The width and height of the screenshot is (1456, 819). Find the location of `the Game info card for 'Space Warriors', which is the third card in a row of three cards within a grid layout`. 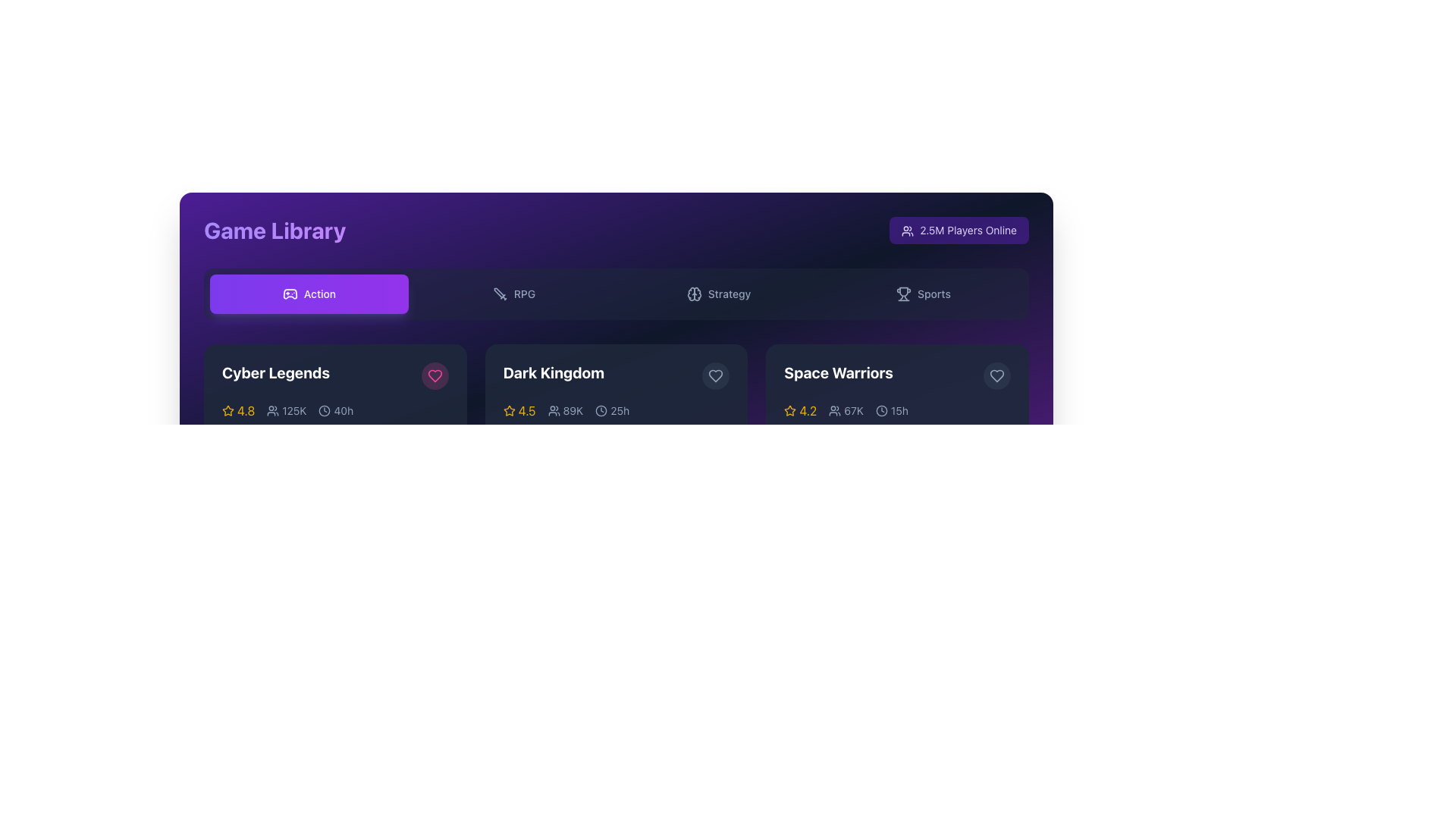

the Game info card for 'Space Warriors', which is the third card in a row of three cards within a grid layout is located at coordinates (897, 415).